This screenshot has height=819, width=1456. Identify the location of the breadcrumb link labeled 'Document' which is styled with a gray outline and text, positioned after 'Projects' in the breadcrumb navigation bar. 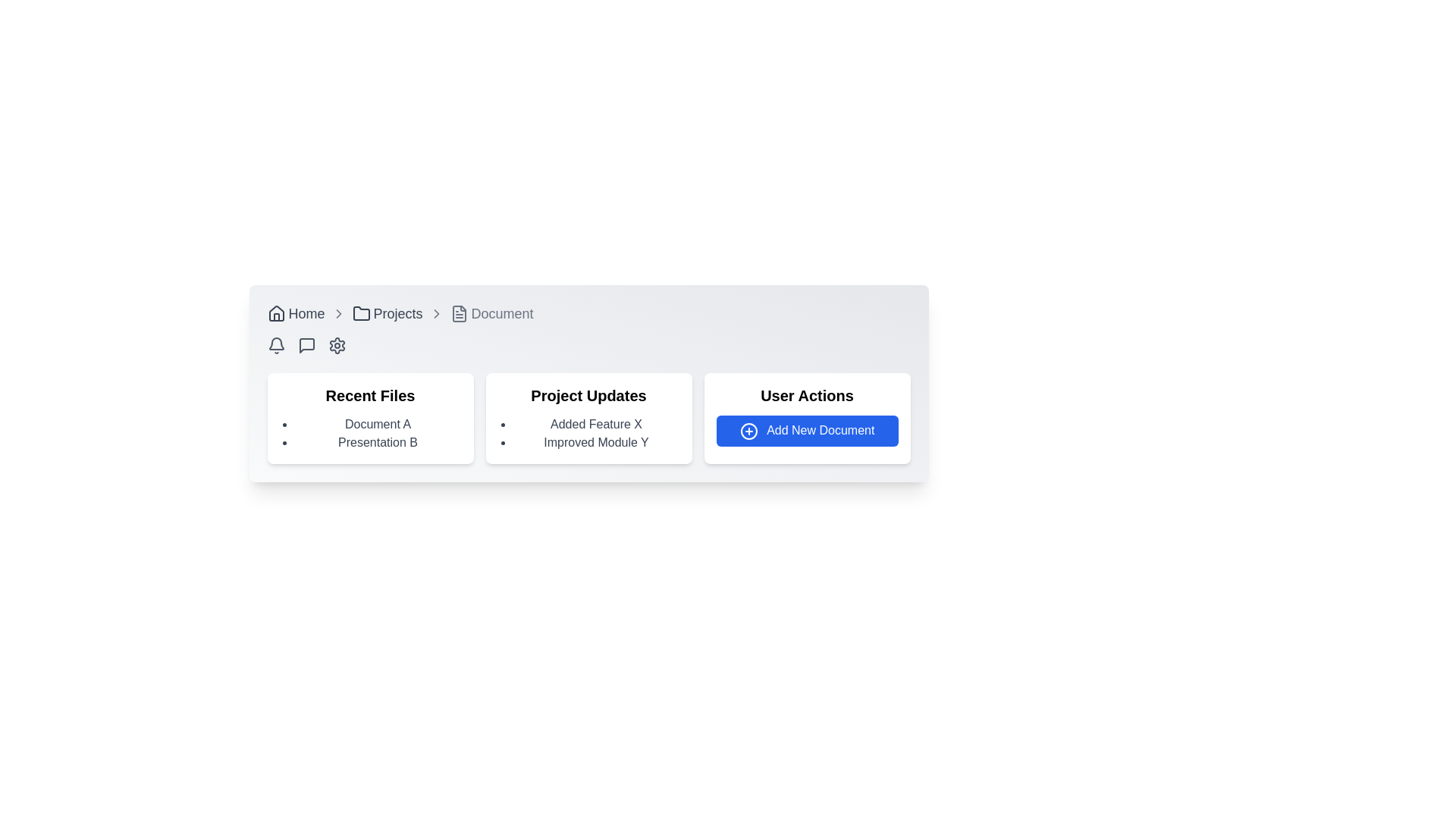
(491, 312).